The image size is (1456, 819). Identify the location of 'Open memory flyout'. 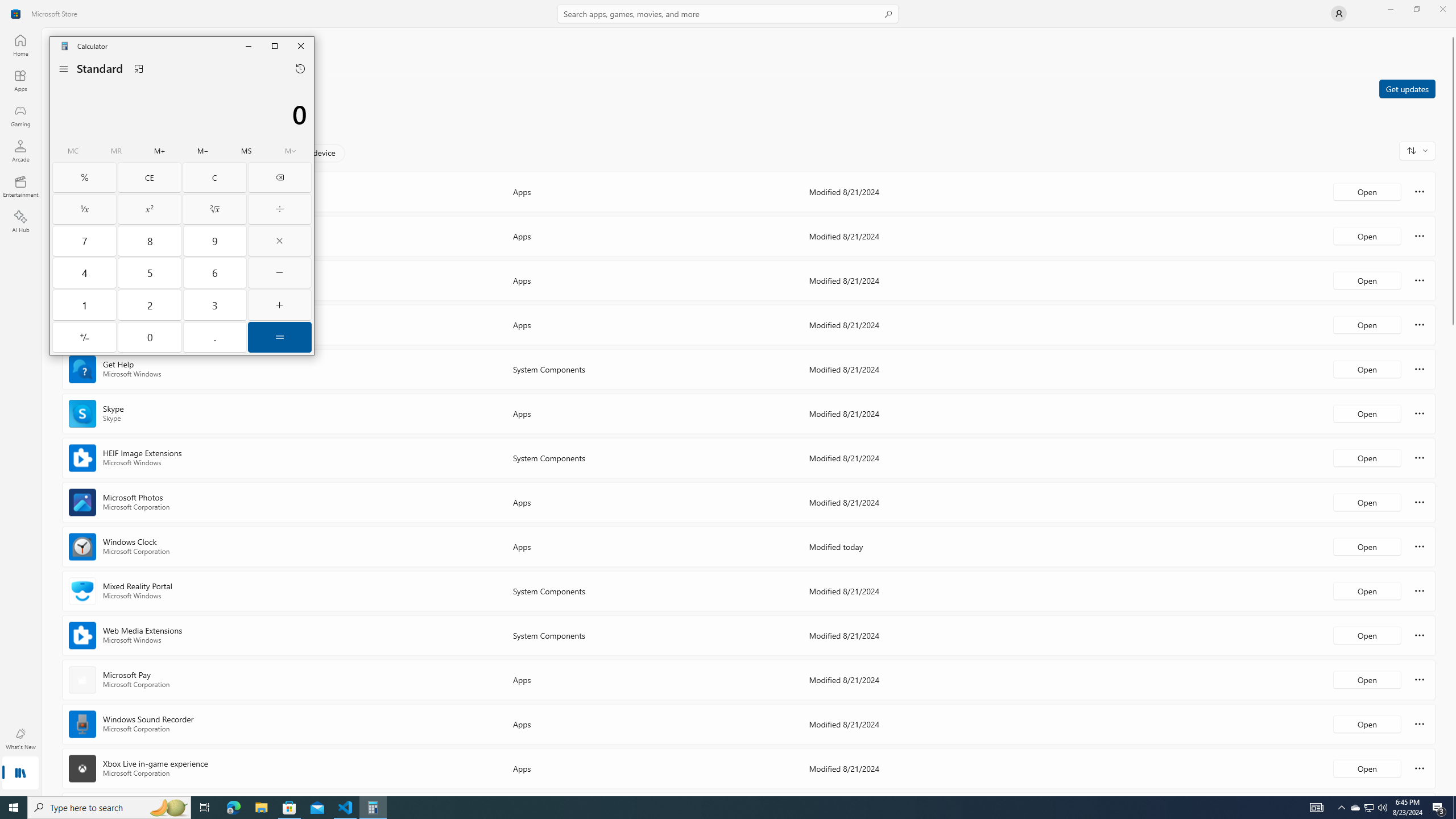
(289, 151).